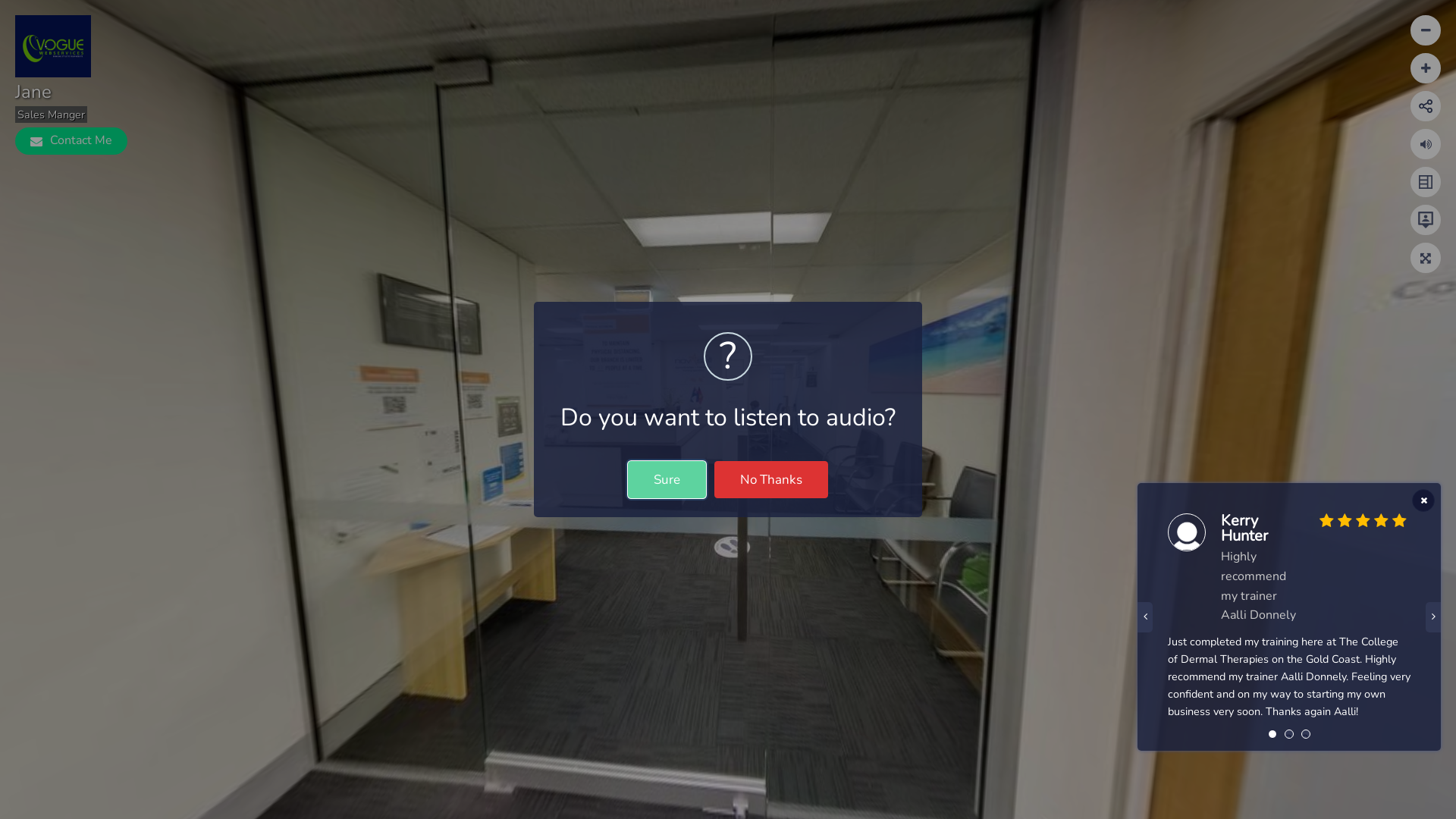  What do you see at coordinates (1425, 219) in the screenshot?
I see `'Live Chat'` at bounding box center [1425, 219].